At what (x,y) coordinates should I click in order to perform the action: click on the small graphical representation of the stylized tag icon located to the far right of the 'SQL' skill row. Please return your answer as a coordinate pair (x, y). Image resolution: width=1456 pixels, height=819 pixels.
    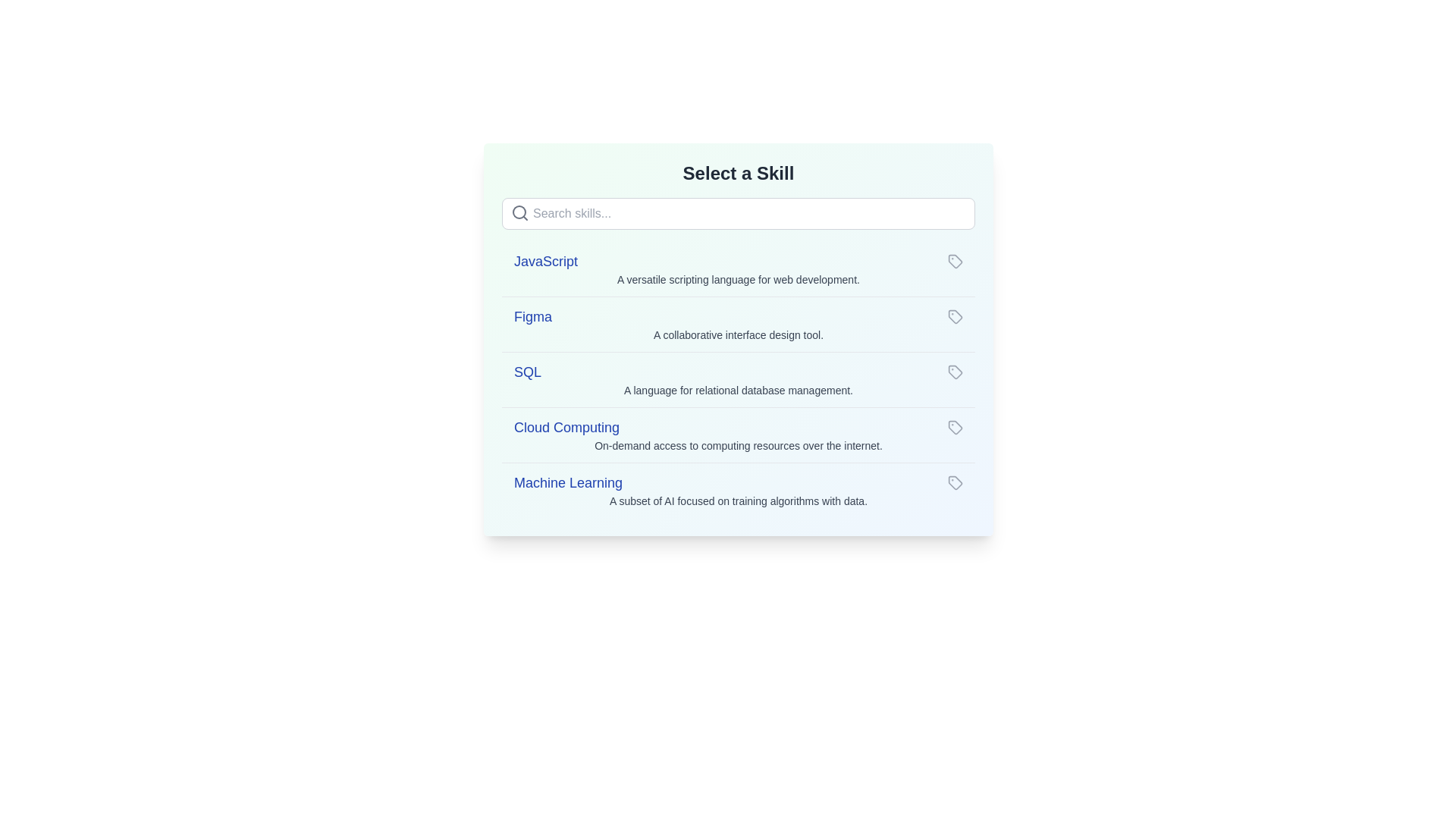
    Looking at the image, I should click on (954, 372).